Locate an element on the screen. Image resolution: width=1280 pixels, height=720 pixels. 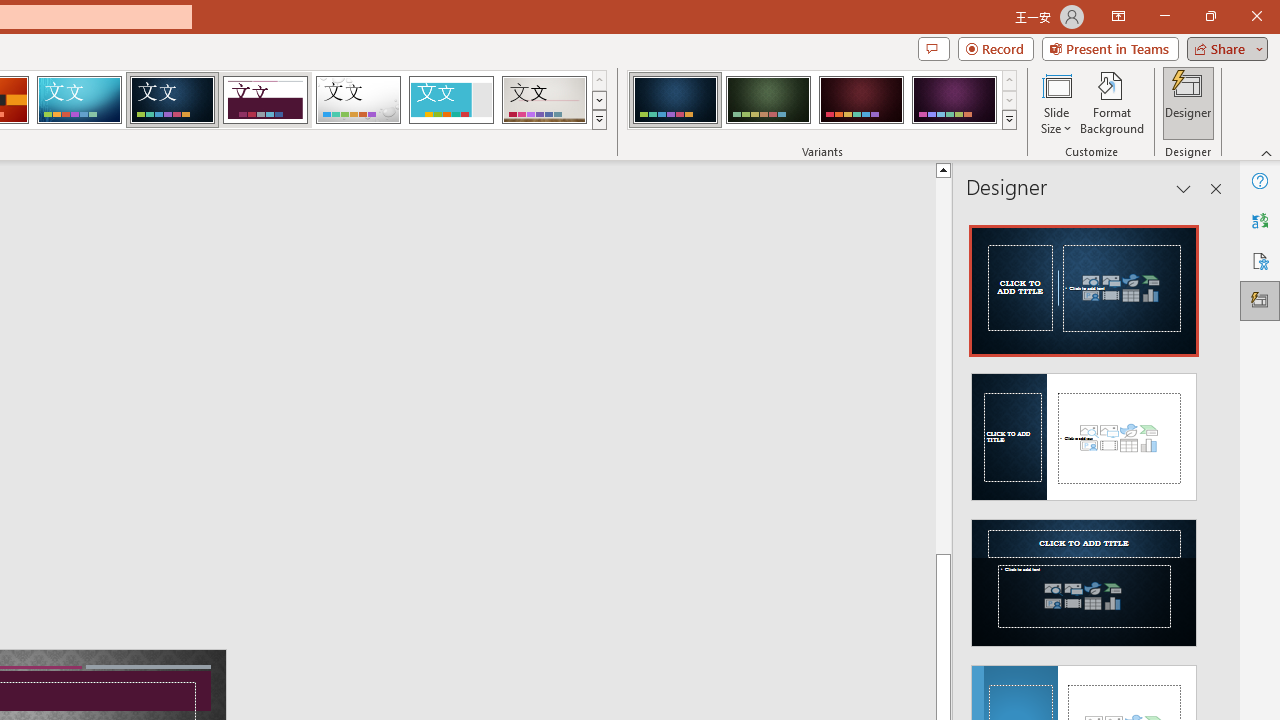
'Task Pane Options' is located at coordinates (1184, 189).